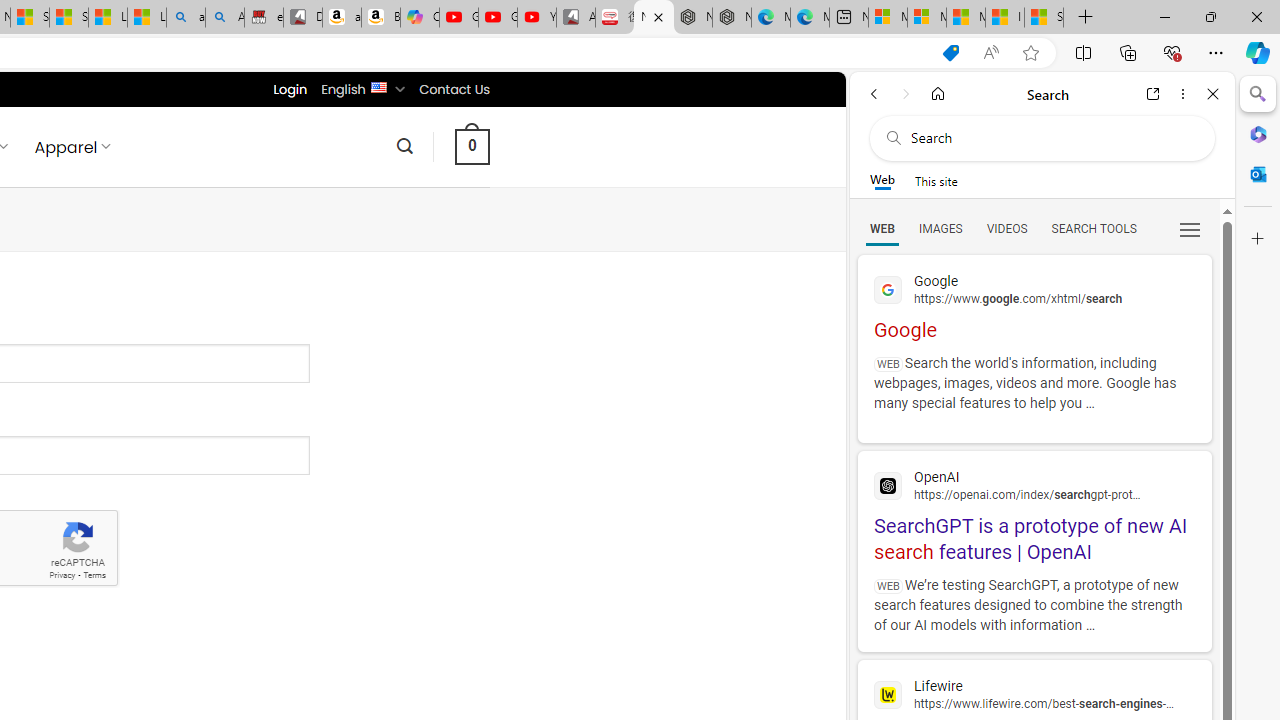  Describe the element at coordinates (939, 227) in the screenshot. I see `'IMAGES'` at that location.